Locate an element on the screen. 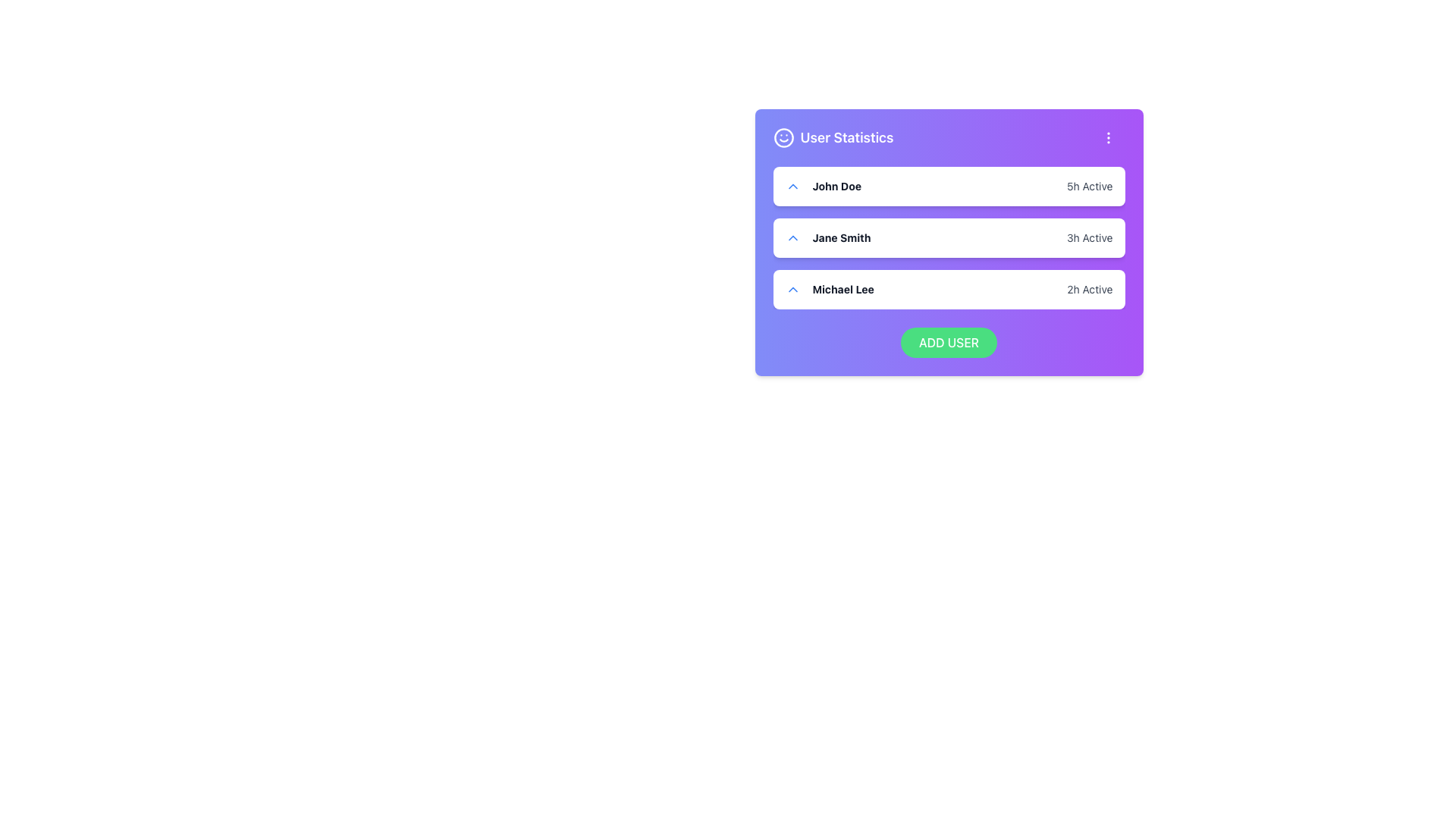  the user information panel displaying 'Jane Smith' with '3h Active' status, which is the second entry in the User Statistics list is located at coordinates (948, 242).